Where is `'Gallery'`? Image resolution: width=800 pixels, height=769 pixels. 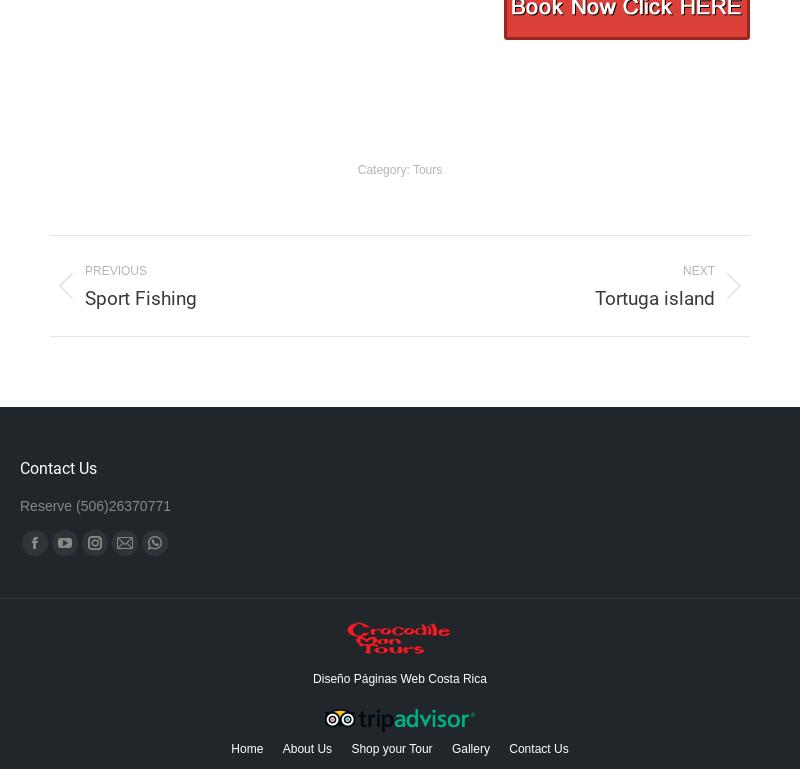
'Gallery' is located at coordinates (470, 748).